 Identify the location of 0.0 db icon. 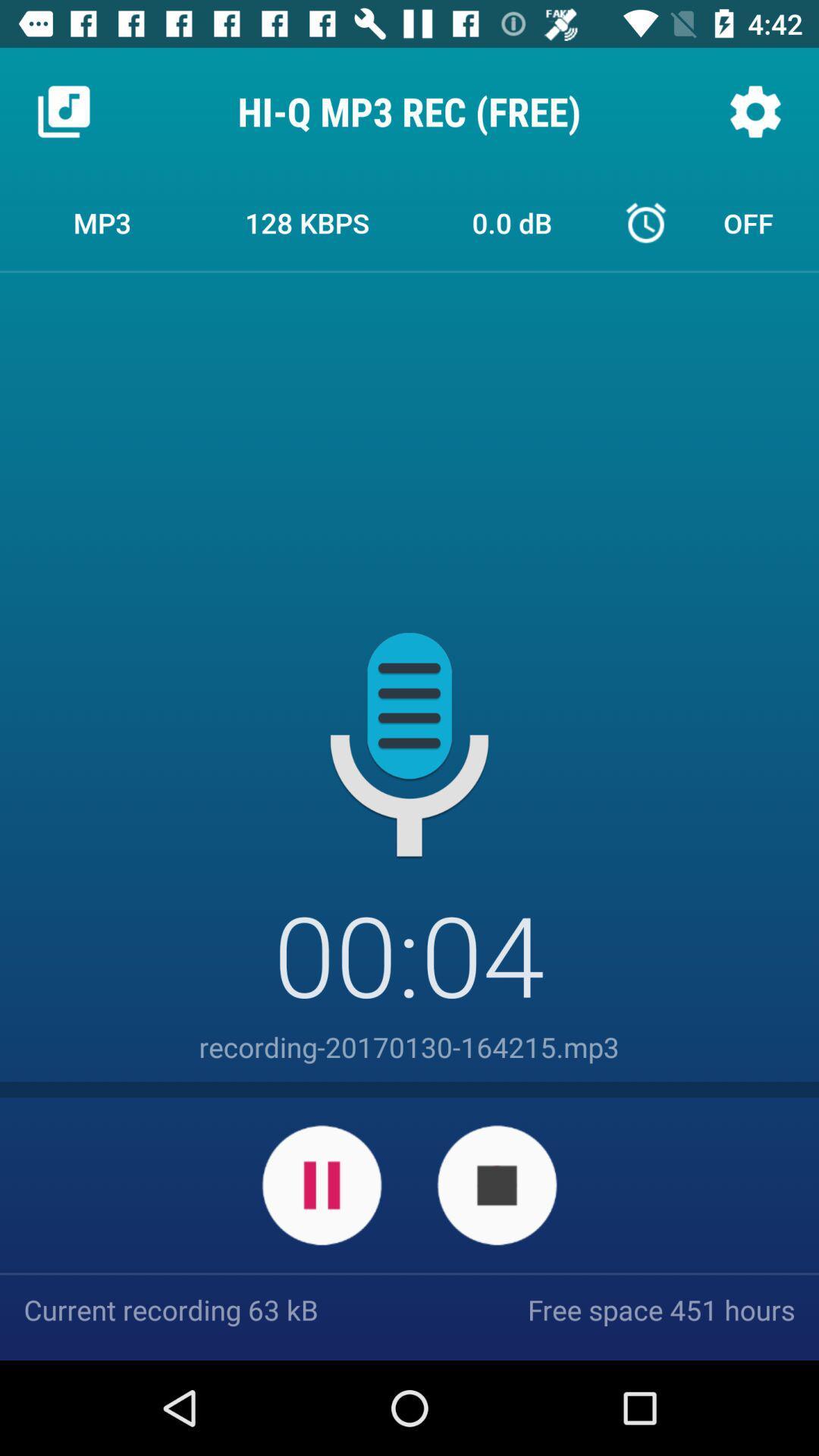
(512, 221).